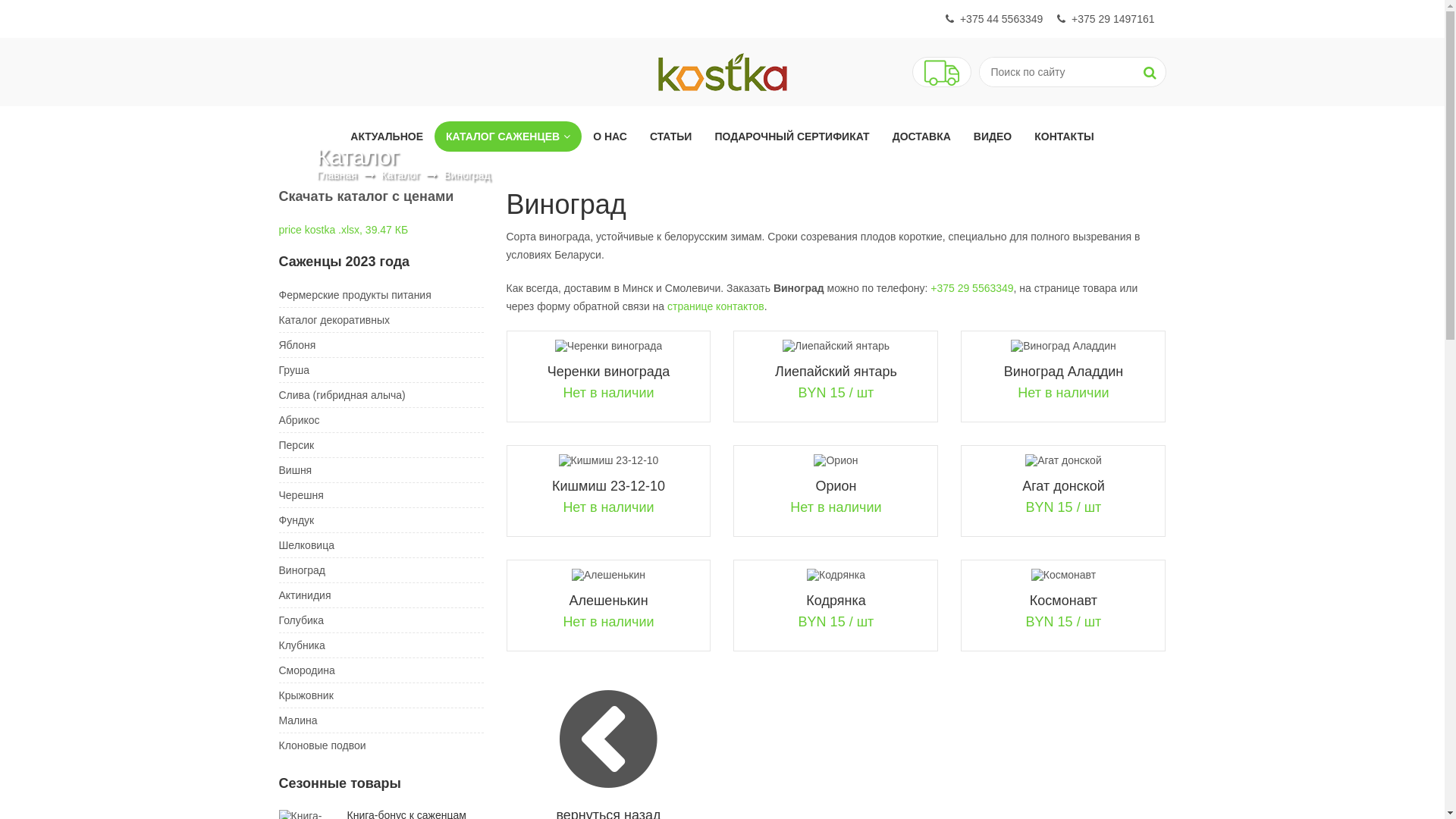 The height and width of the screenshot is (819, 1456). Describe the element at coordinates (1106, 18) in the screenshot. I see `'+375 29 1497161'` at that location.